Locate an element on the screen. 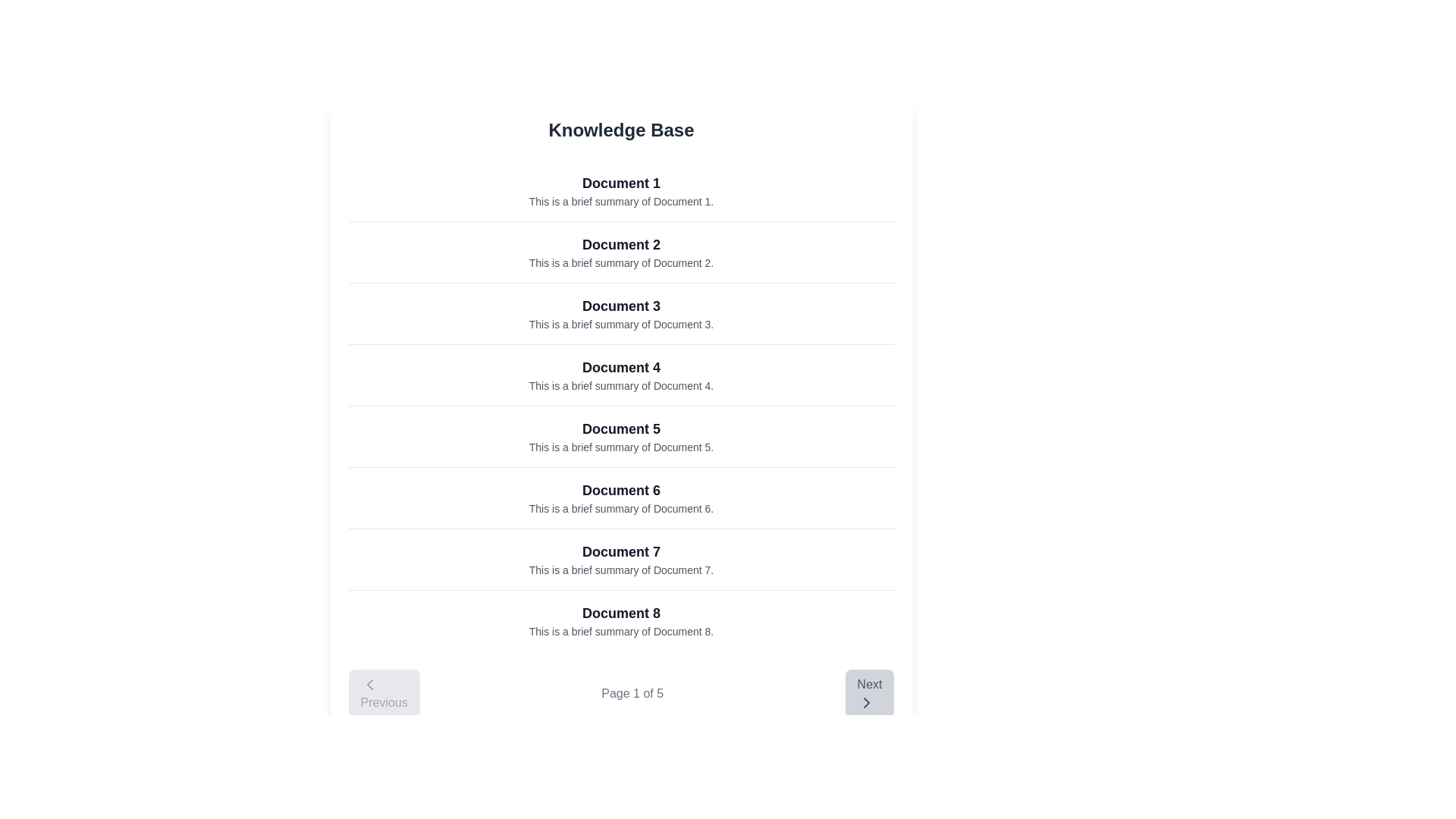 The height and width of the screenshot is (819, 1456). the text block titled 'Document 8' which contains a description of 'This is a brief summary of Document 8.' This element is the eighth in a vertical list and is located near the bottom of the visible area is located at coordinates (621, 620).